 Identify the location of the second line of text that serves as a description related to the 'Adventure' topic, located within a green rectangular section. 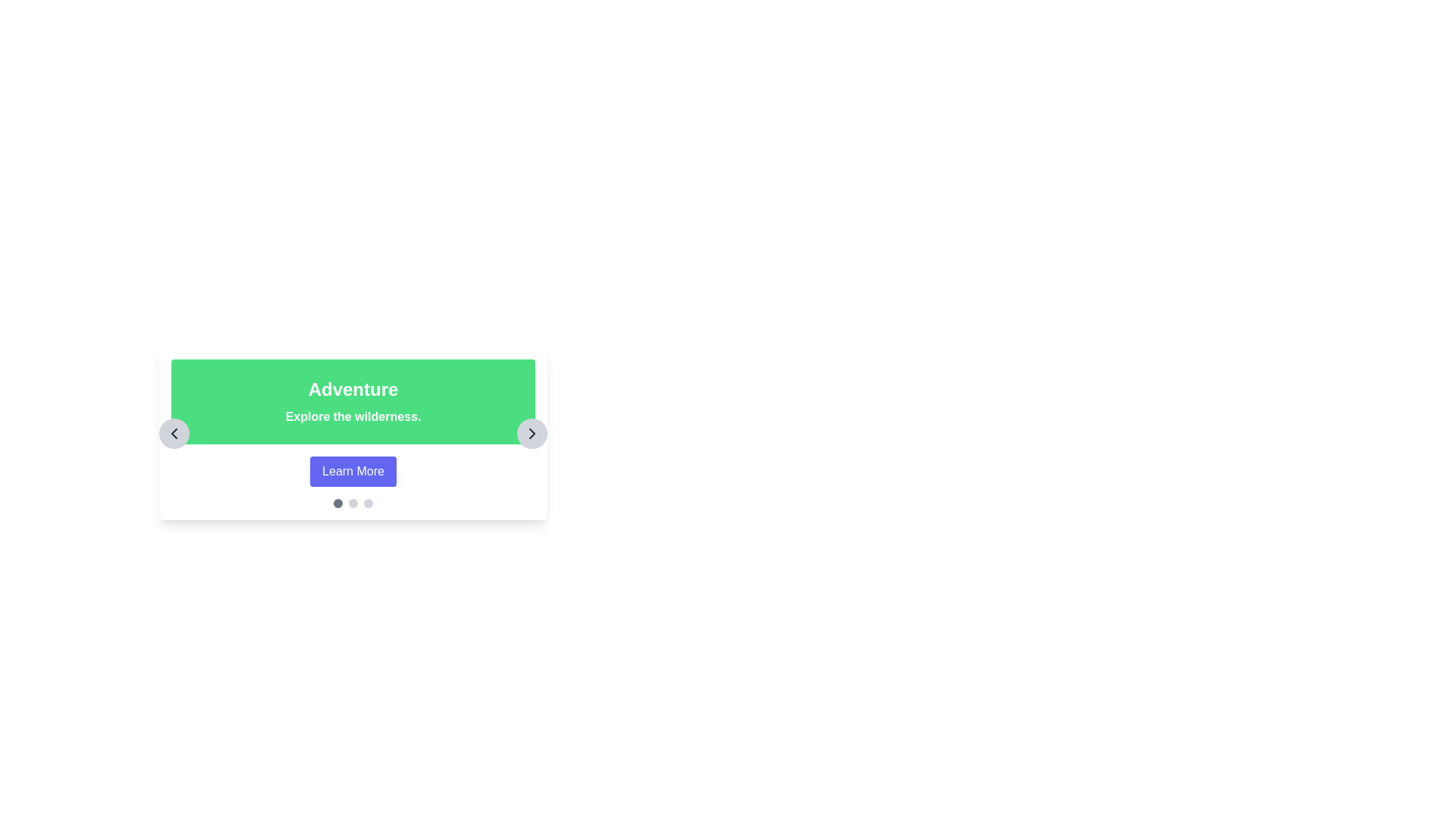
(352, 417).